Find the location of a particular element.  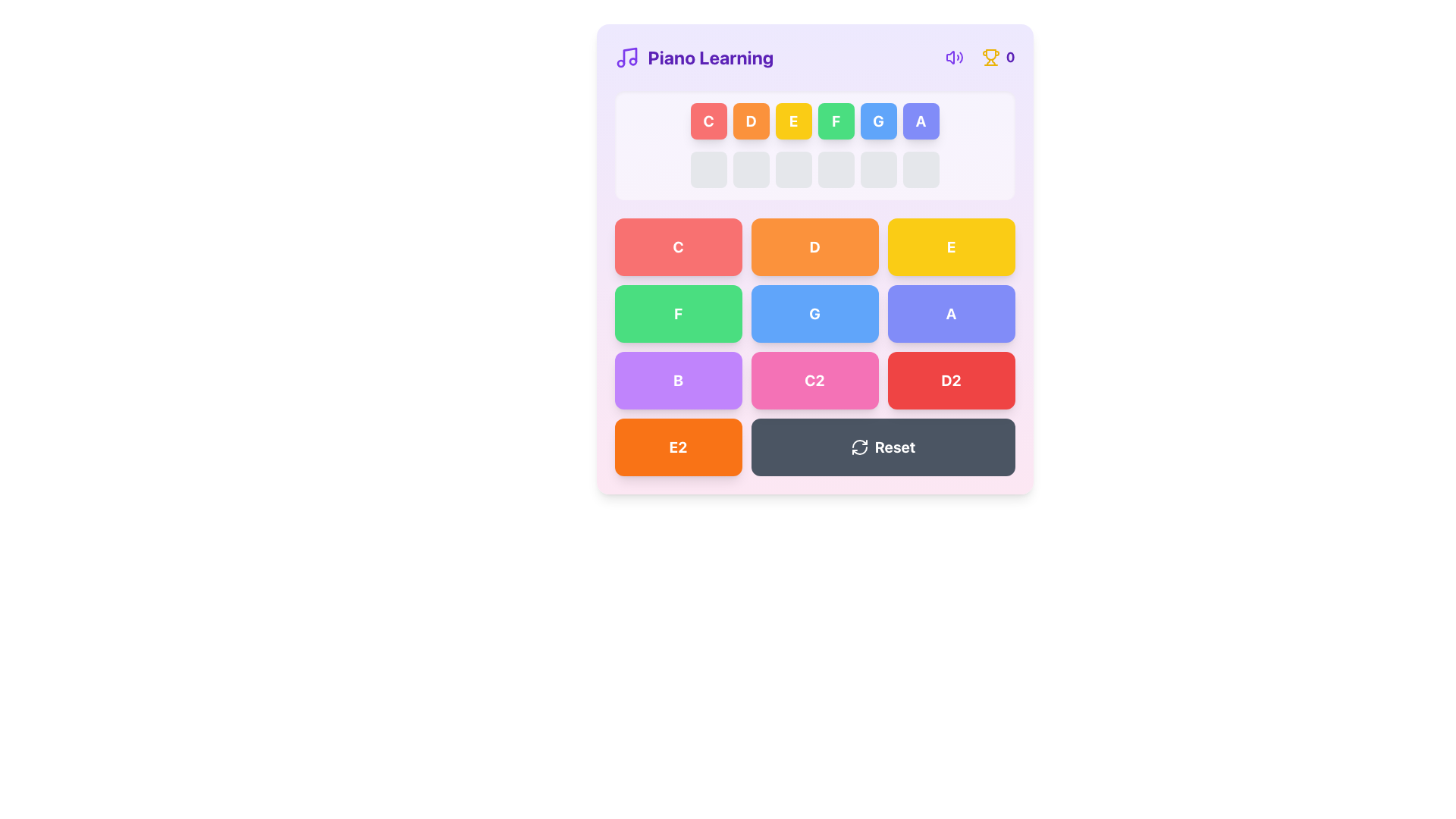

the prominent rectangular button with a dark gray background and the word 'Reset' in bold white text is located at coordinates (883, 447).